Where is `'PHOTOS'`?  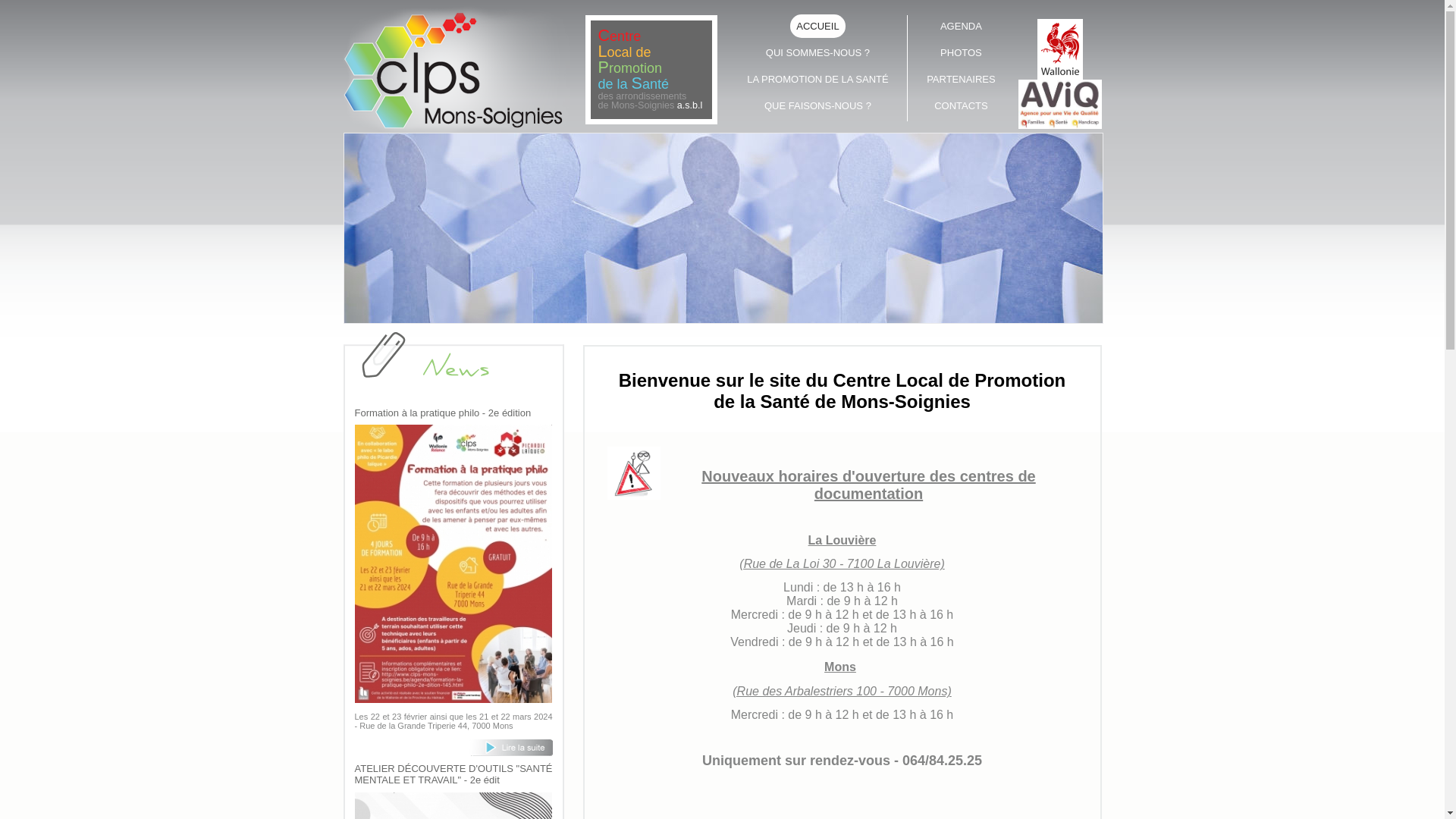 'PHOTOS' is located at coordinates (918, 52).